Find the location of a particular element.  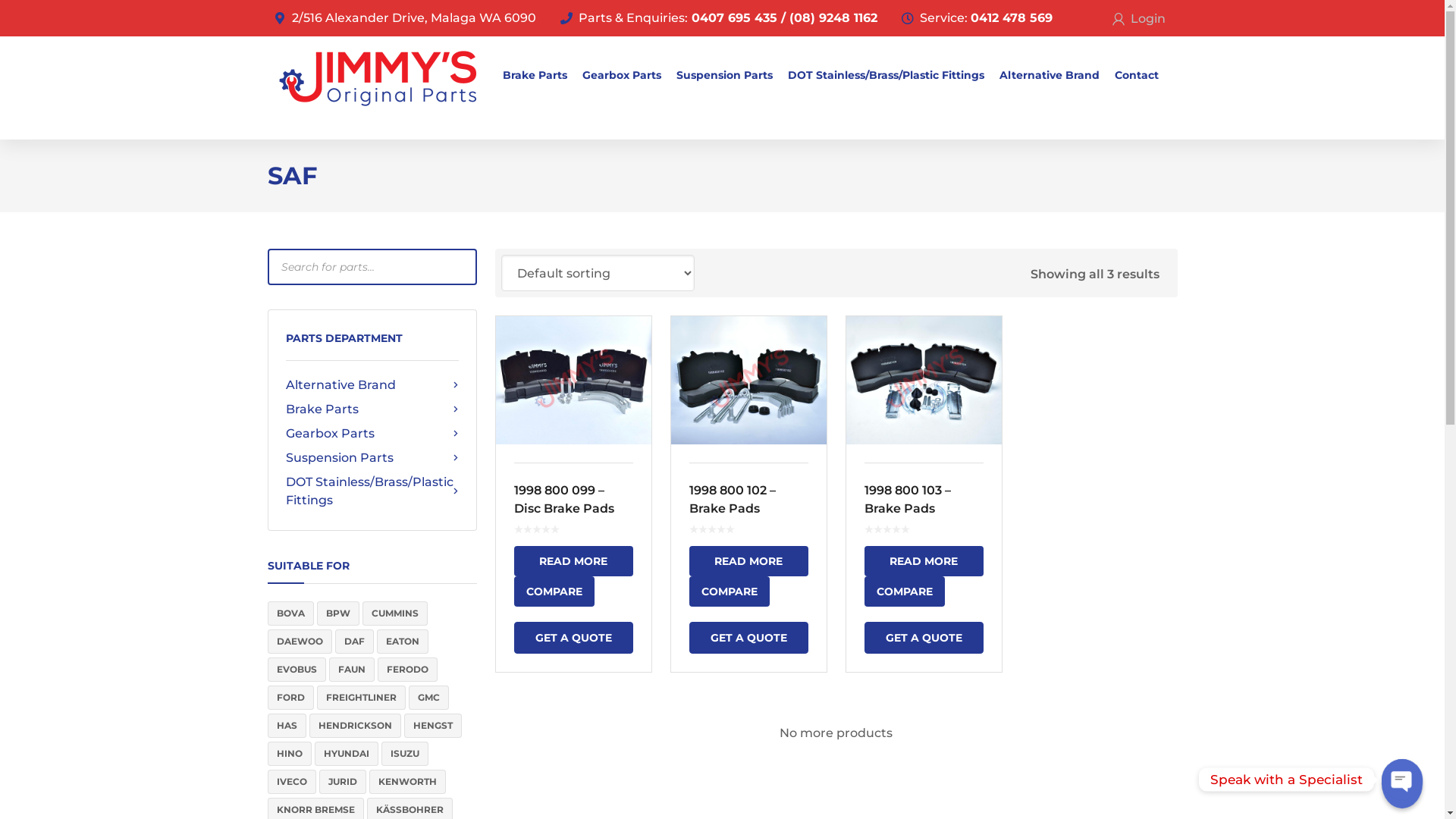

'Alternative Brand' is located at coordinates (371, 384).